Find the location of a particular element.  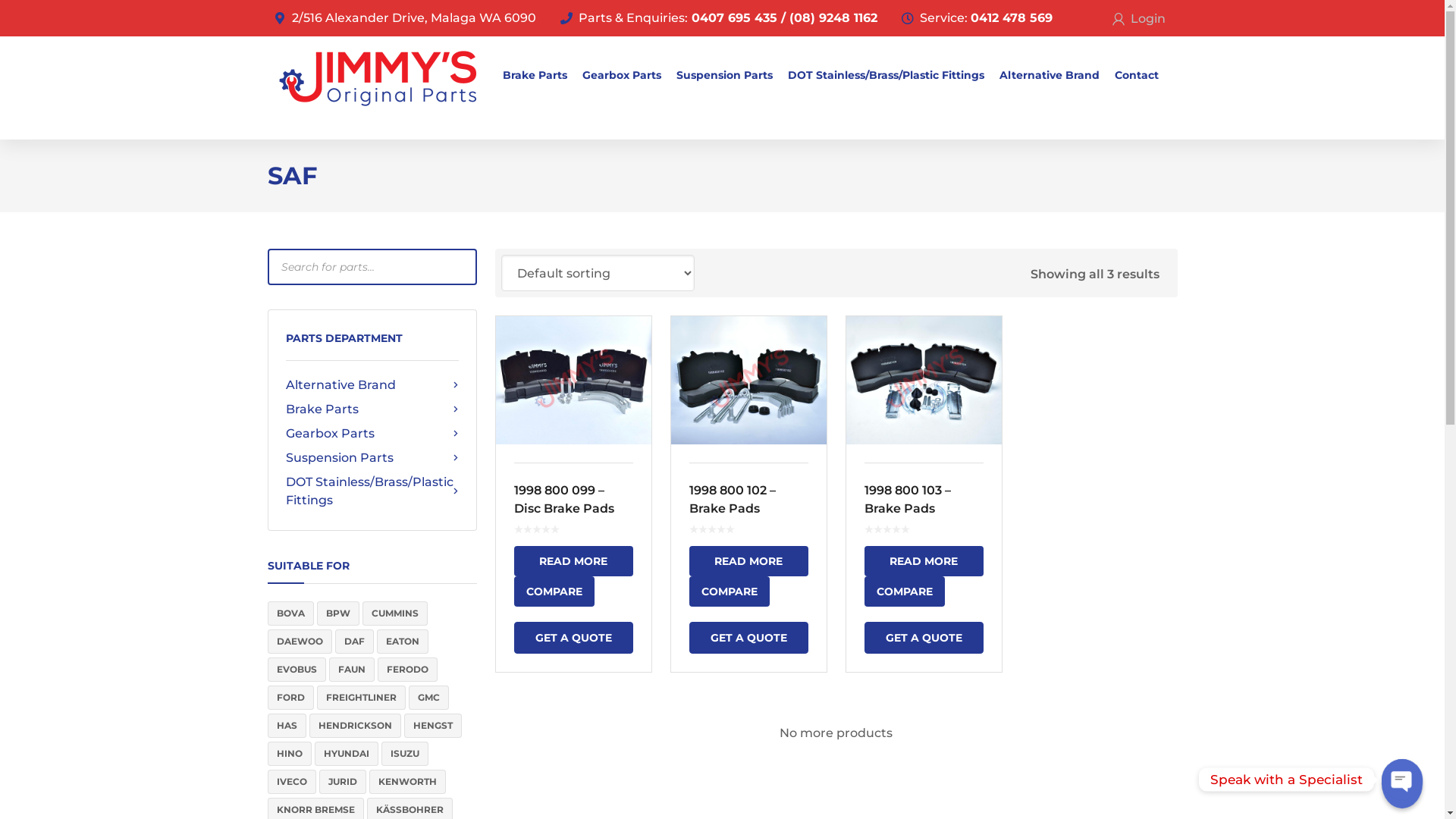

'Alternative Brand' is located at coordinates (371, 384).